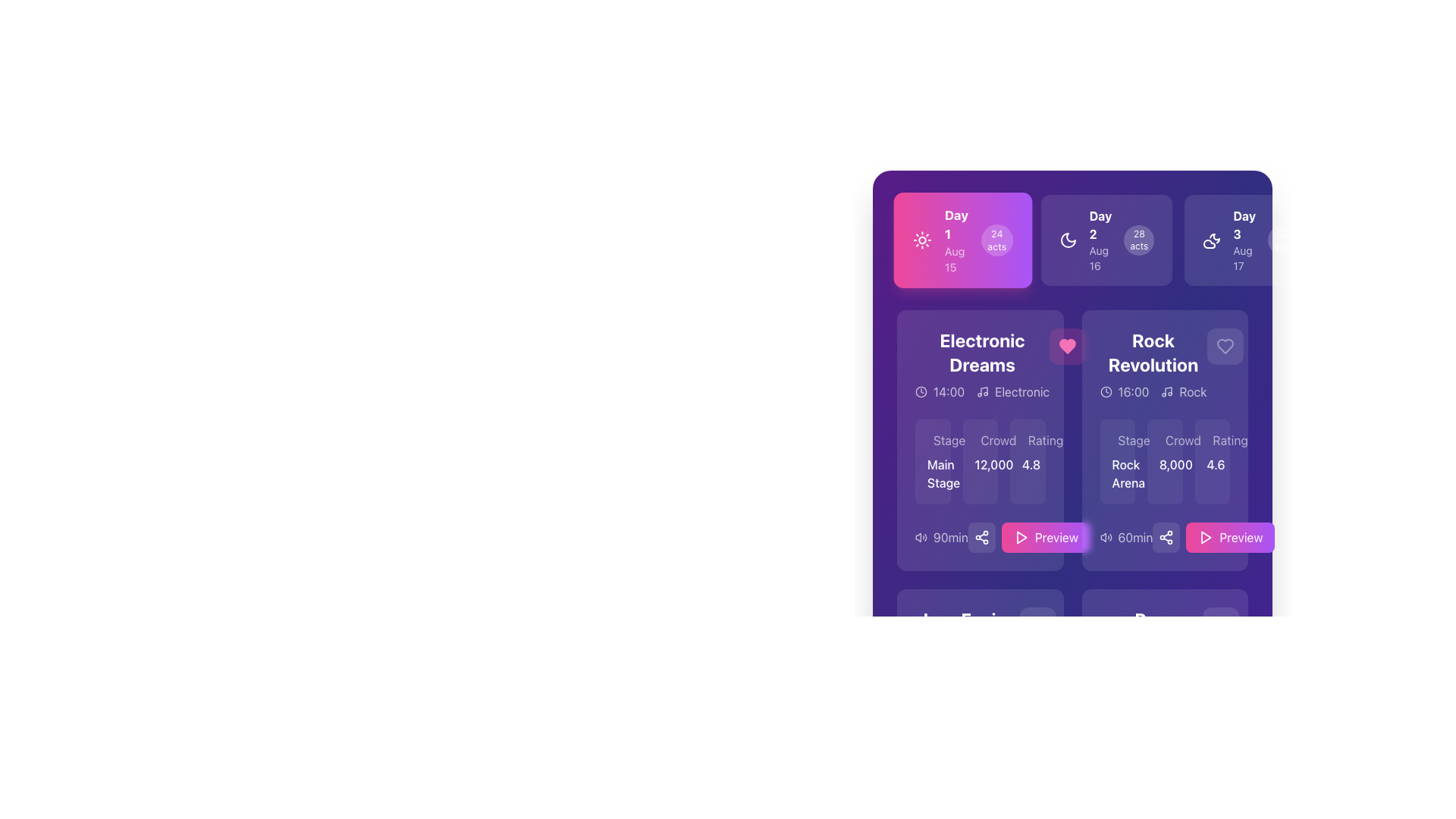 Image resolution: width=1456 pixels, height=819 pixels. What do you see at coordinates (1244, 225) in the screenshot?
I see `the label displaying 'Day 3' in bold white font against a dark purple background, located at the top right corner of the row of day elements` at bounding box center [1244, 225].